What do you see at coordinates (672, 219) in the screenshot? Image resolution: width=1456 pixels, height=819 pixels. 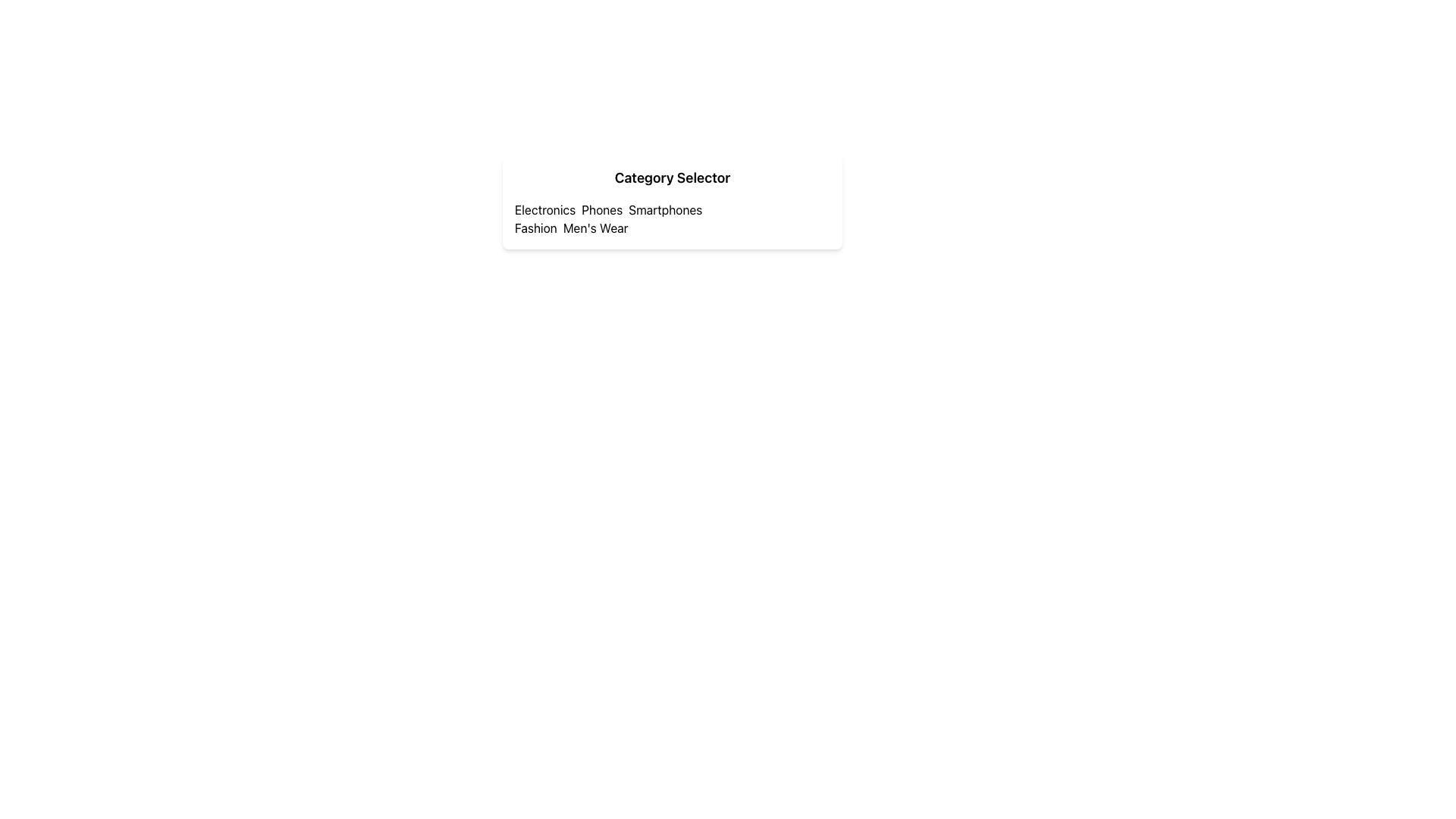 I see `the text content area displaying the categories 'Electronics Phones Smartphones' and 'Fashion Men's Wear', located under the header 'Category Selector'` at bounding box center [672, 219].